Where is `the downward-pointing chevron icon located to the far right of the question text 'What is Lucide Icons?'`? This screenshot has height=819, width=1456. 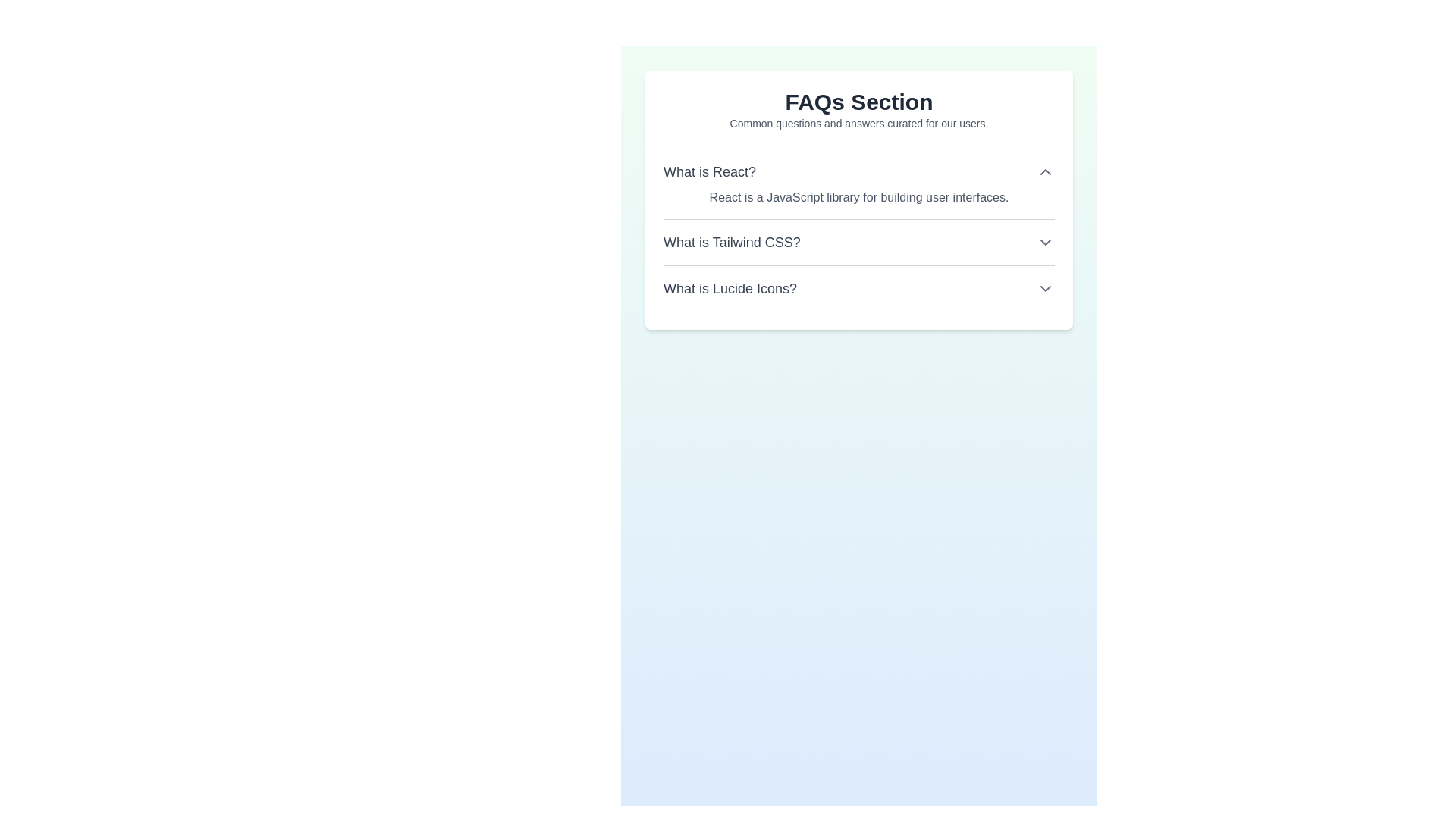
the downward-pointing chevron icon located to the far right of the question text 'What is Lucide Icons?' is located at coordinates (1044, 289).